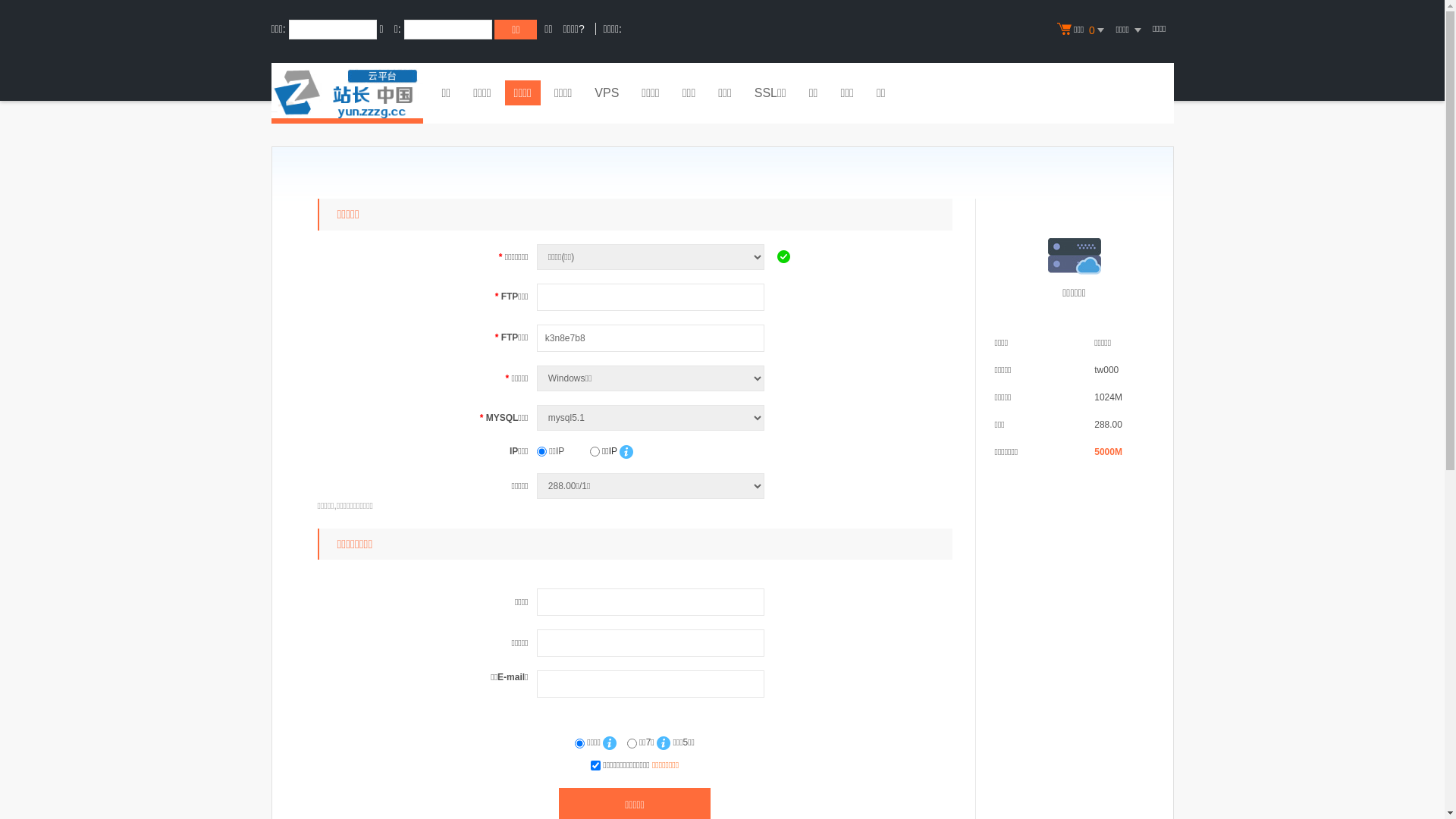  What do you see at coordinates (607, 94) in the screenshot?
I see `'VPS'` at bounding box center [607, 94].